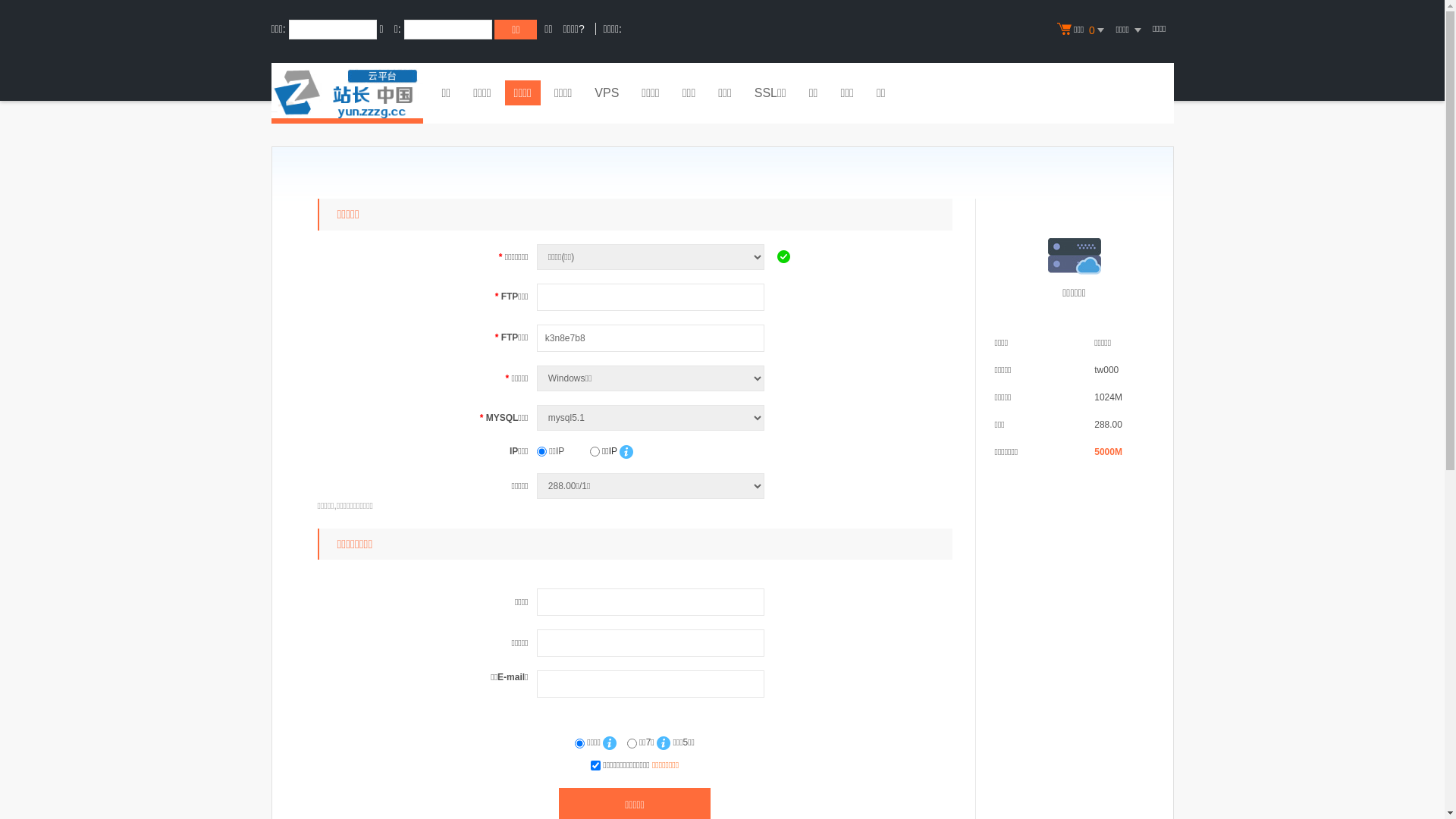  What do you see at coordinates (607, 94) in the screenshot?
I see `'VPS'` at bounding box center [607, 94].